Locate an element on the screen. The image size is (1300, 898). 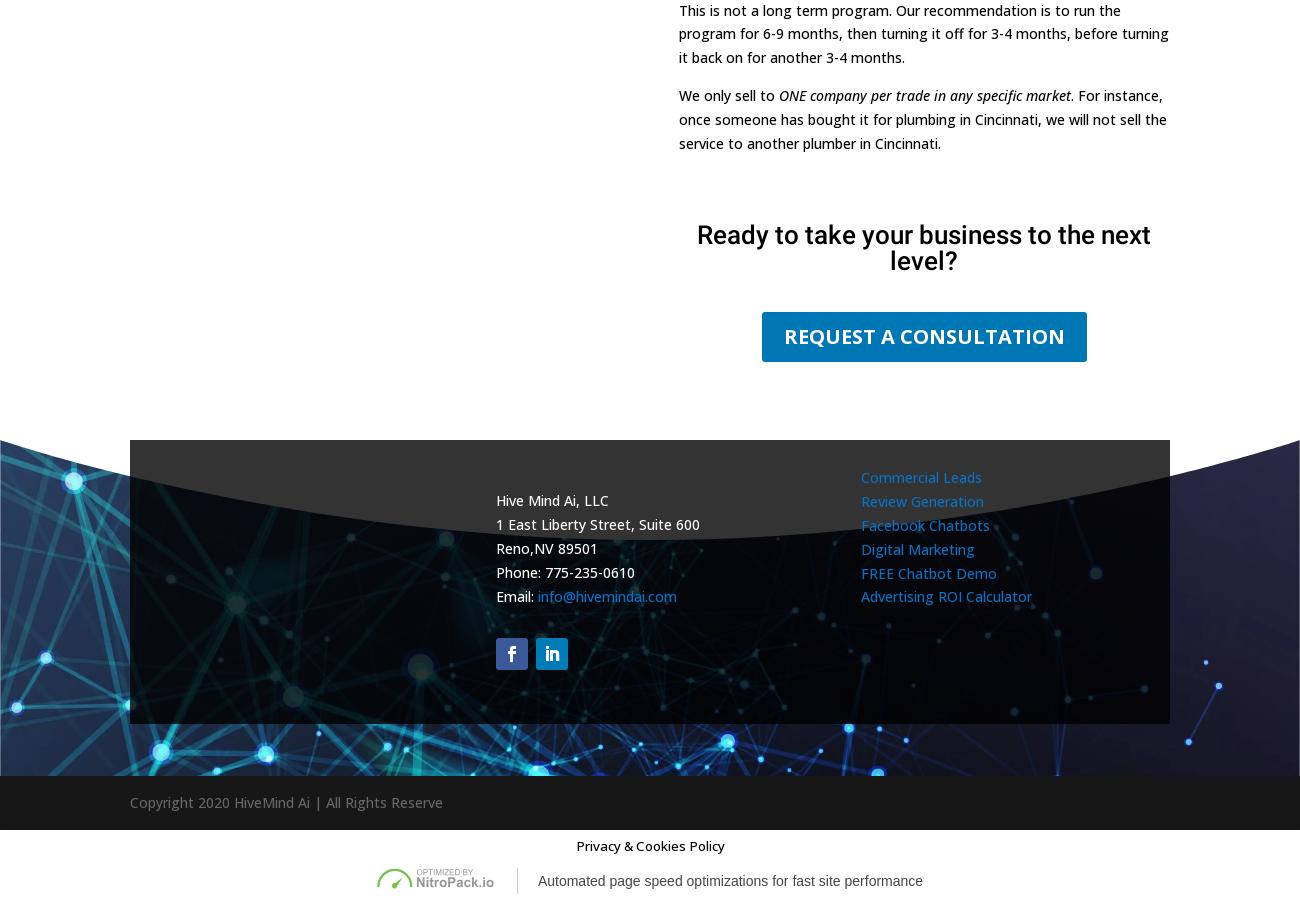
'Reno' is located at coordinates (495, 546).